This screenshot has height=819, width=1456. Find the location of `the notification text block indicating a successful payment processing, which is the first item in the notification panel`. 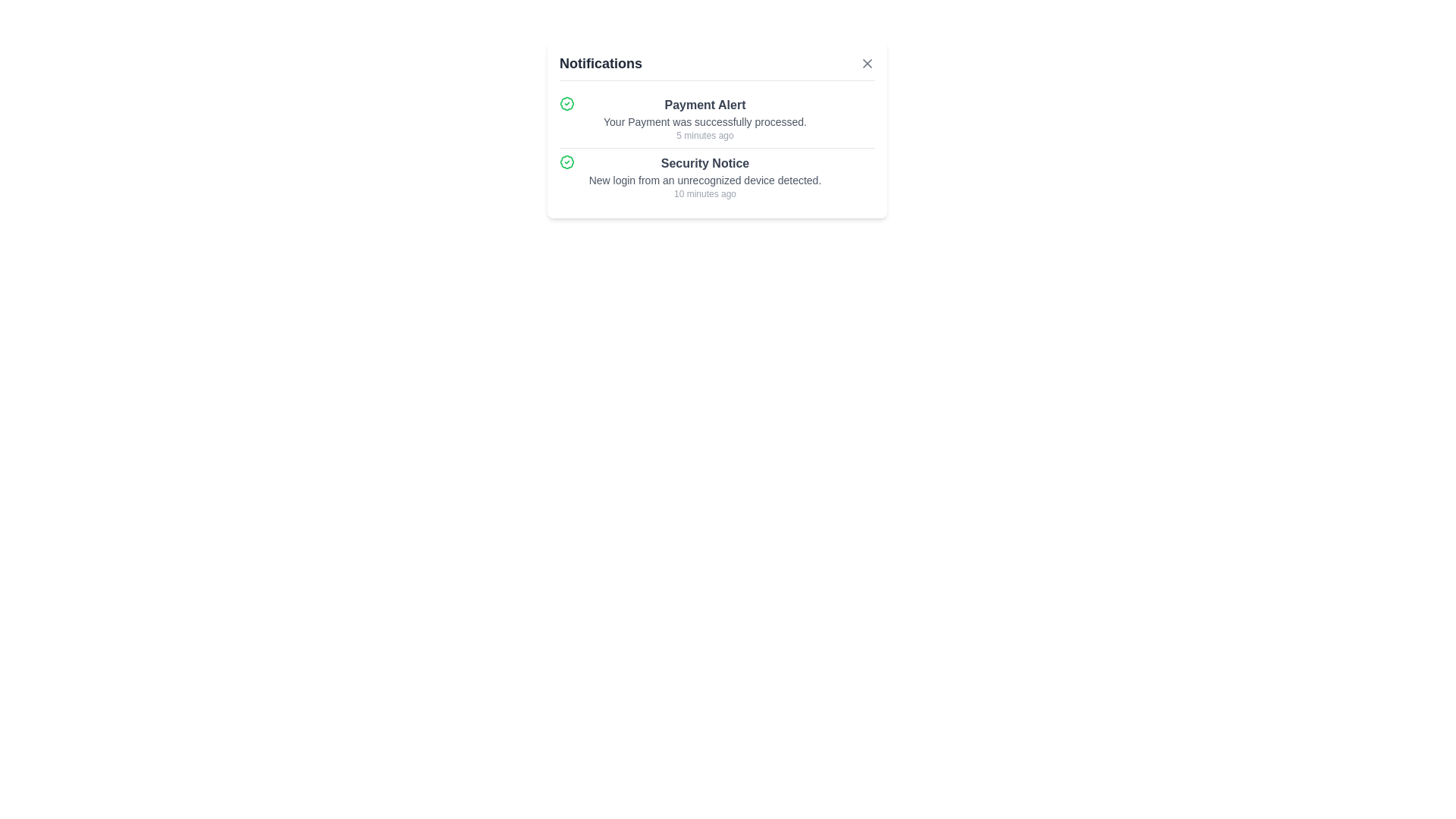

the notification text block indicating a successful payment processing, which is the first item in the notification panel is located at coordinates (704, 118).